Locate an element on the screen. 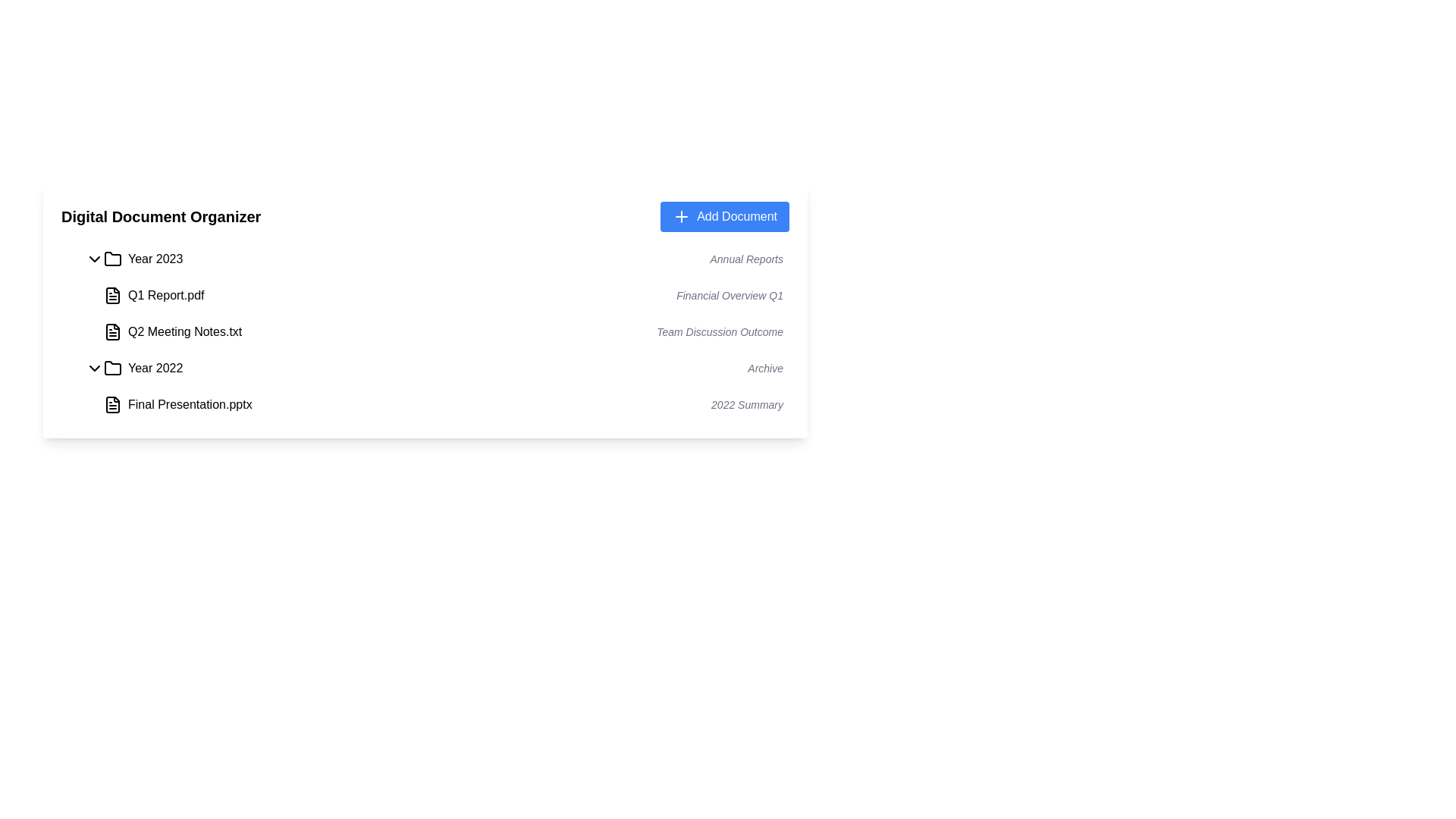 The height and width of the screenshot is (819, 1456). the 'Digital Document Organizer' text label, which is a bold black title indicating the section of the interface is located at coordinates (161, 216).